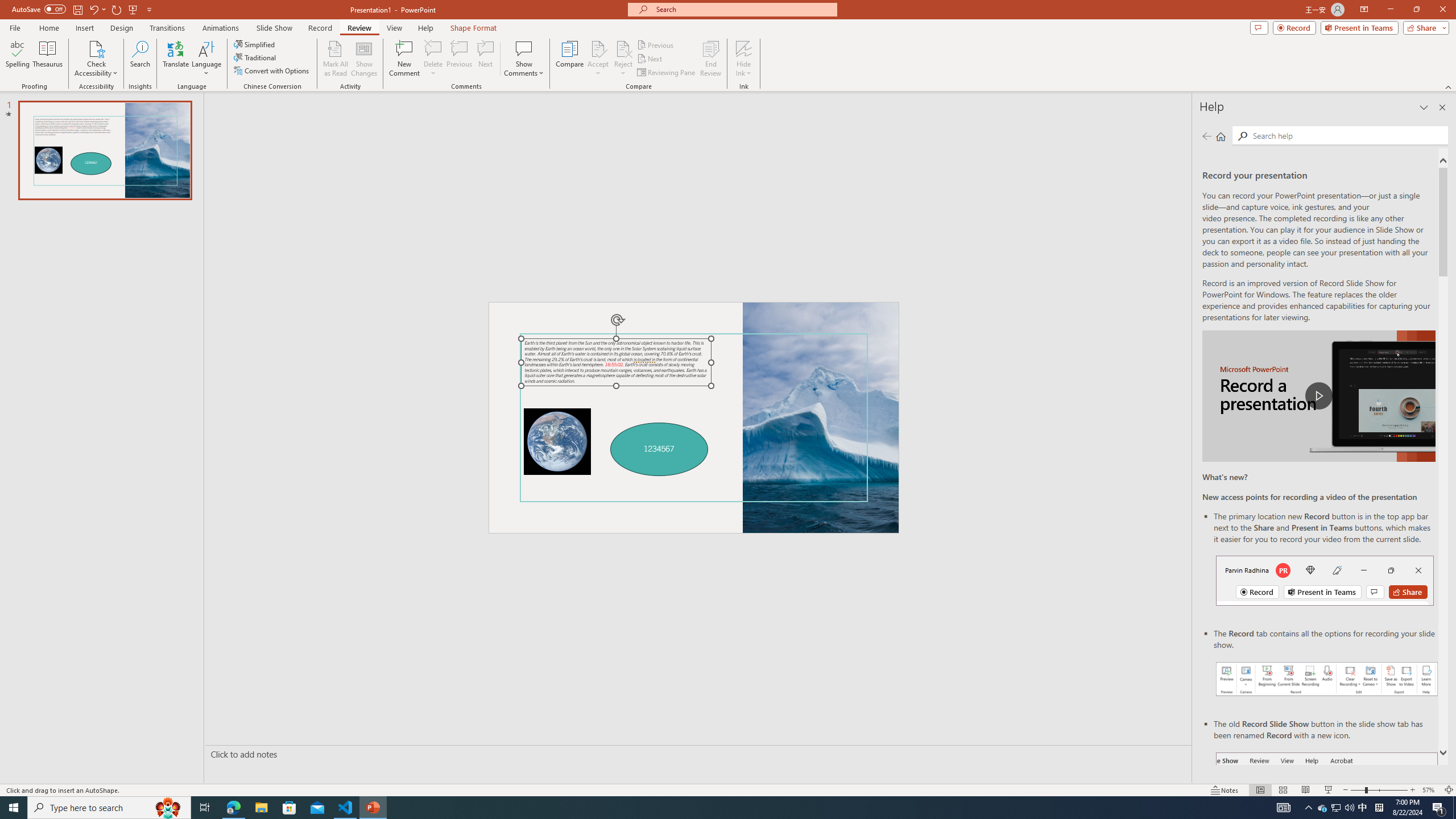 The image size is (1456, 819). What do you see at coordinates (1430, 790) in the screenshot?
I see `'Zoom 57%'` at bounding box center [1430, 790].